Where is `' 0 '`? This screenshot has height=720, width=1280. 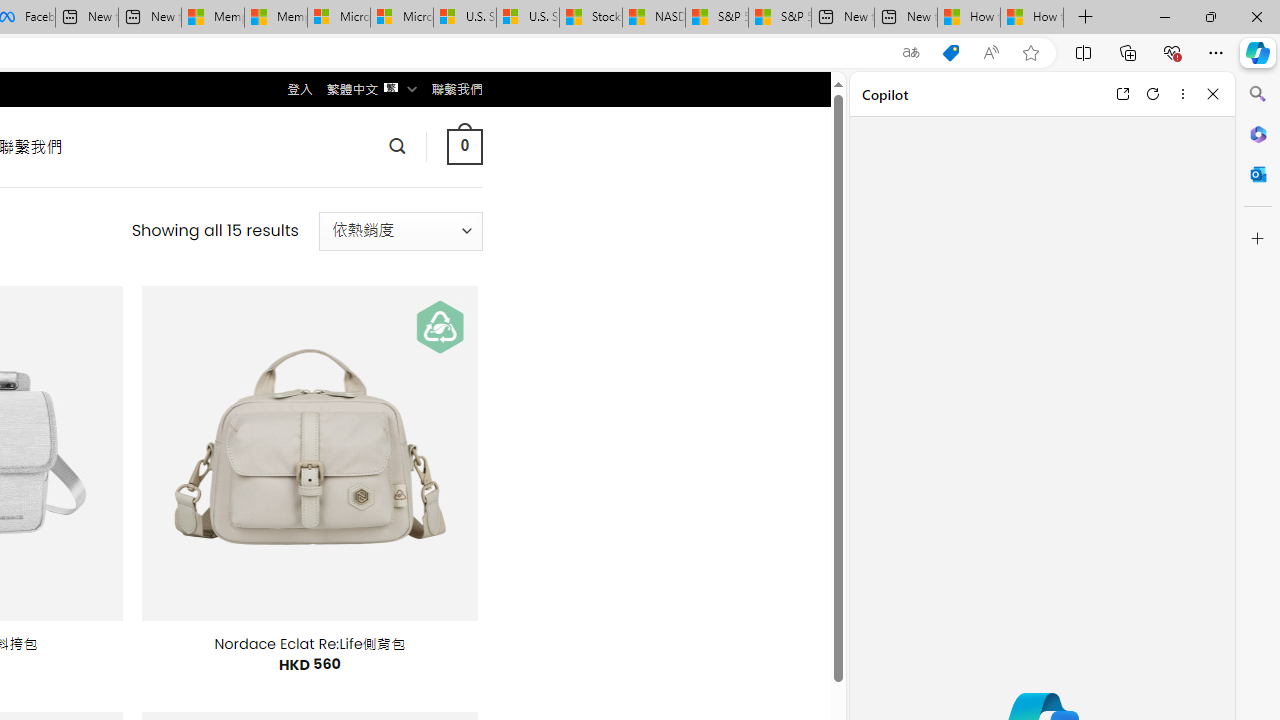 ' 0 ' is located at coordinates (463, 145).